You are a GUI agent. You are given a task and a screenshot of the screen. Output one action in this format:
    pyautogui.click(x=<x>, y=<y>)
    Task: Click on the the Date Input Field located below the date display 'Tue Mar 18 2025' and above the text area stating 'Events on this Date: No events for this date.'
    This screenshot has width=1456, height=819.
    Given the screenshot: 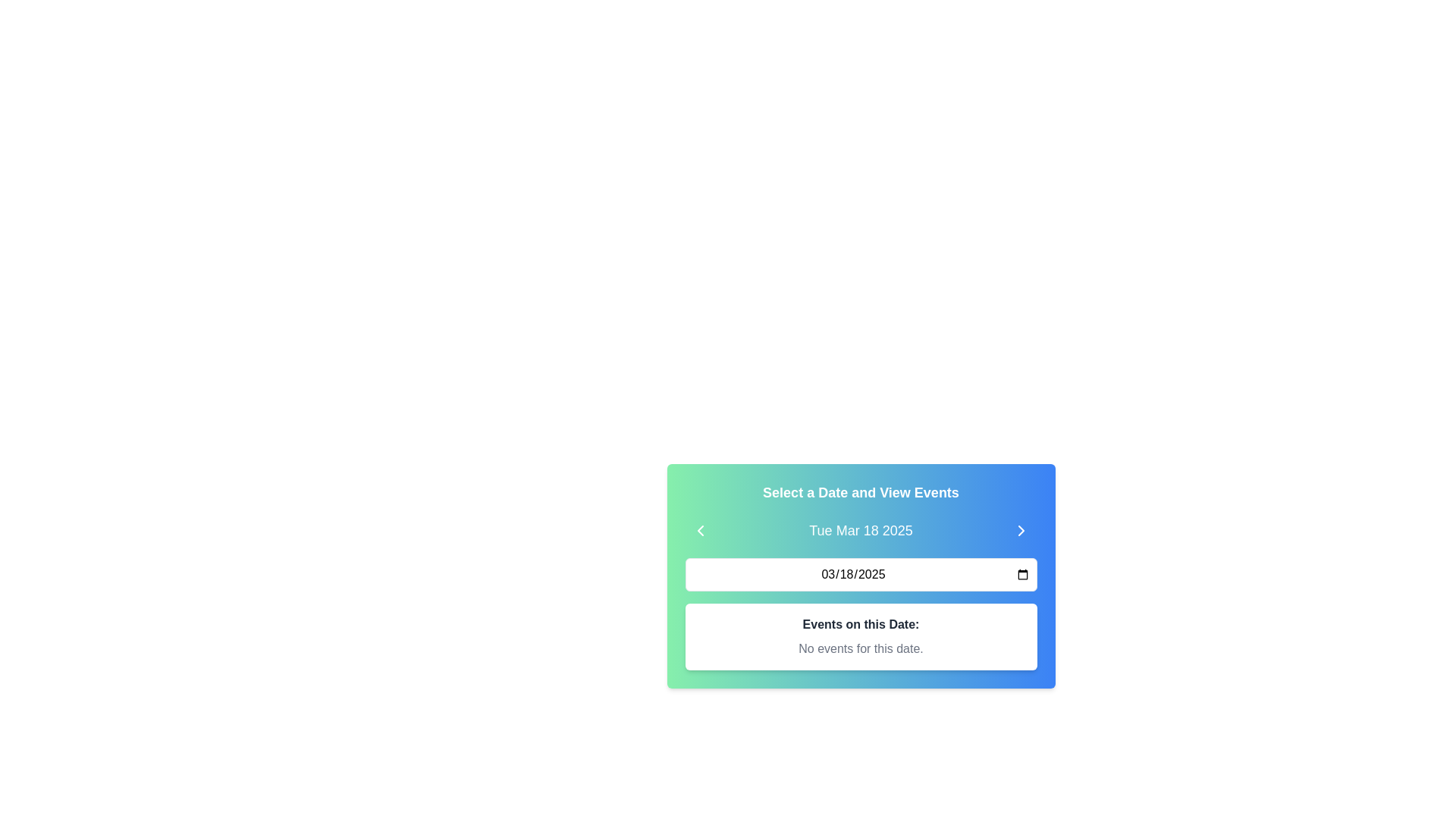 What is the action you would take?
    pyautogui.click(x=861, y=575)
    